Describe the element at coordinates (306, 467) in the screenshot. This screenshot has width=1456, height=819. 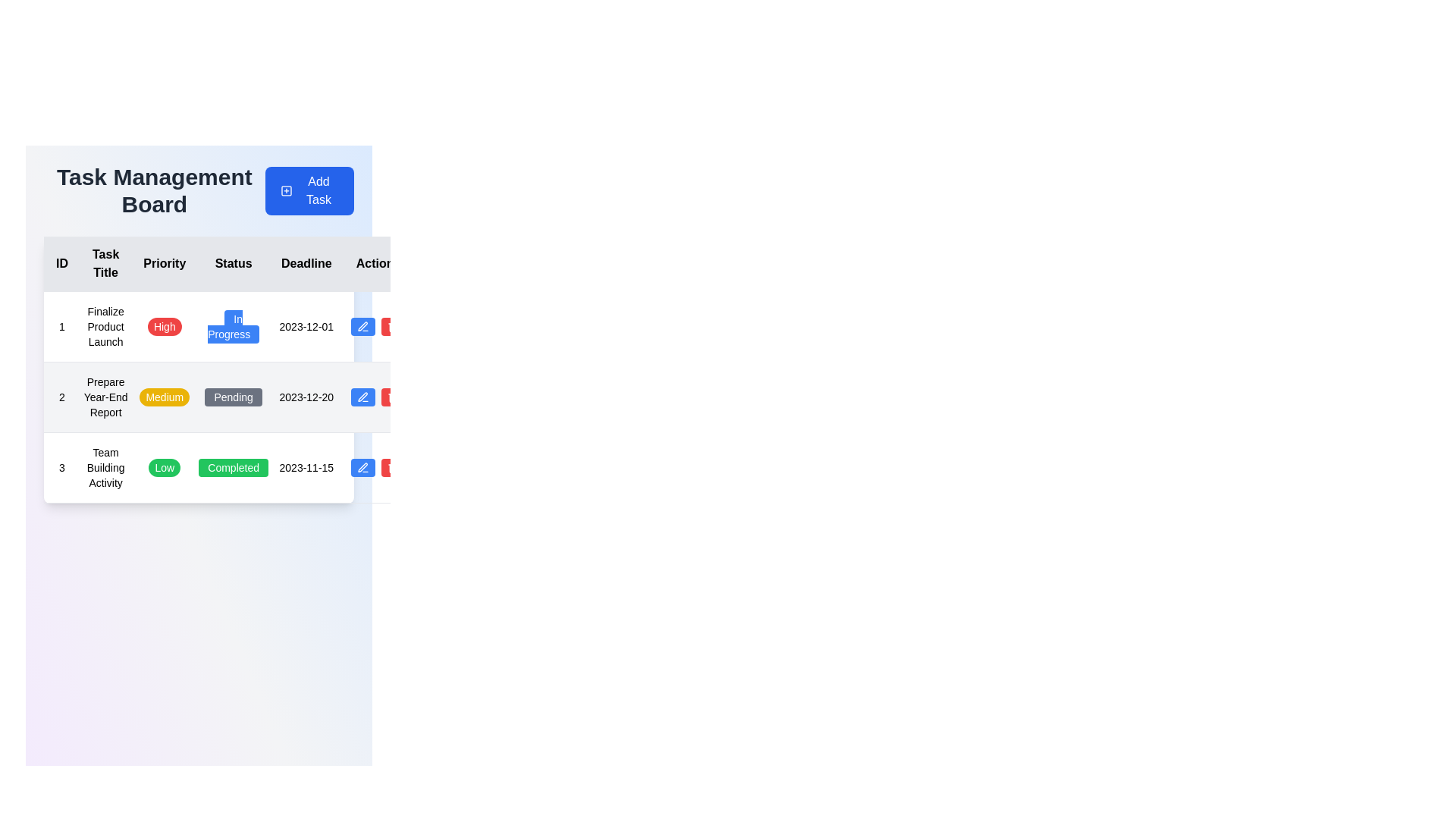
I see `the text label displaying '2023-11-15' in the third row under the 'Deadline' column of the task 'Team Building Activity'` at that location.